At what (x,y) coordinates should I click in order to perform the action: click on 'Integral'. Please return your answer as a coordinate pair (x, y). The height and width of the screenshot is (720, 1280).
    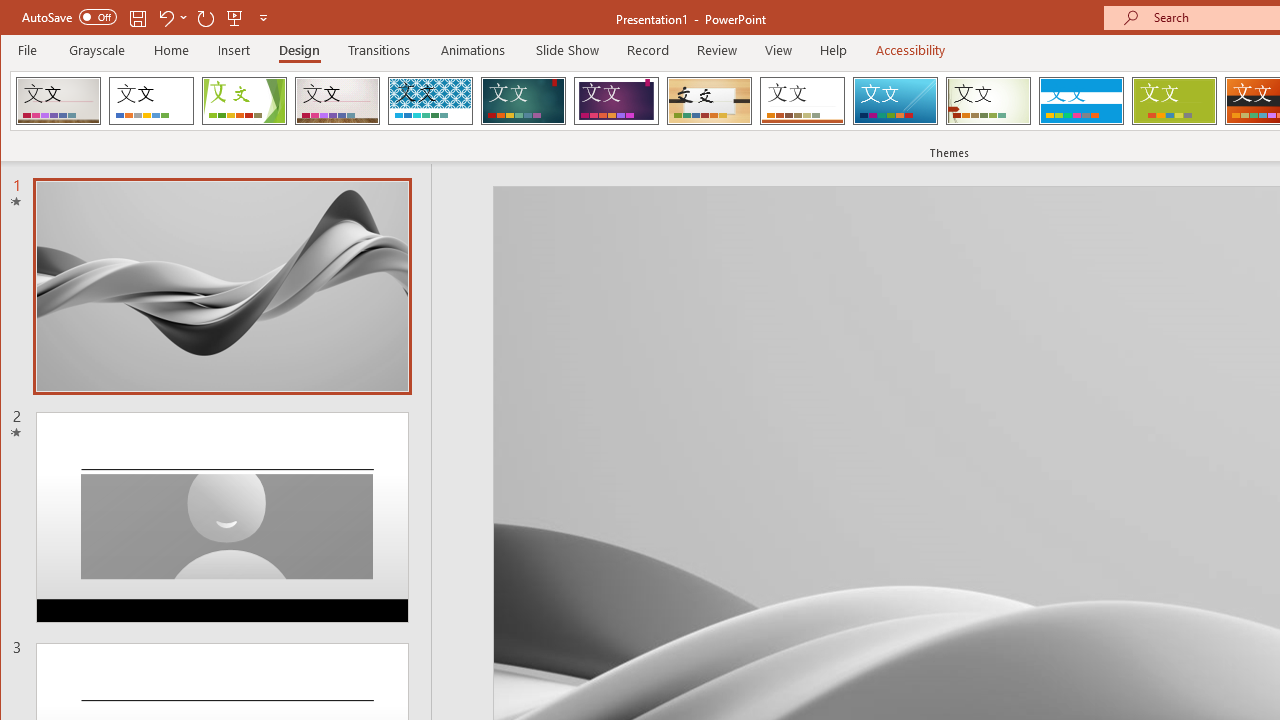
    Looking at the image, I should click on (429, 100).